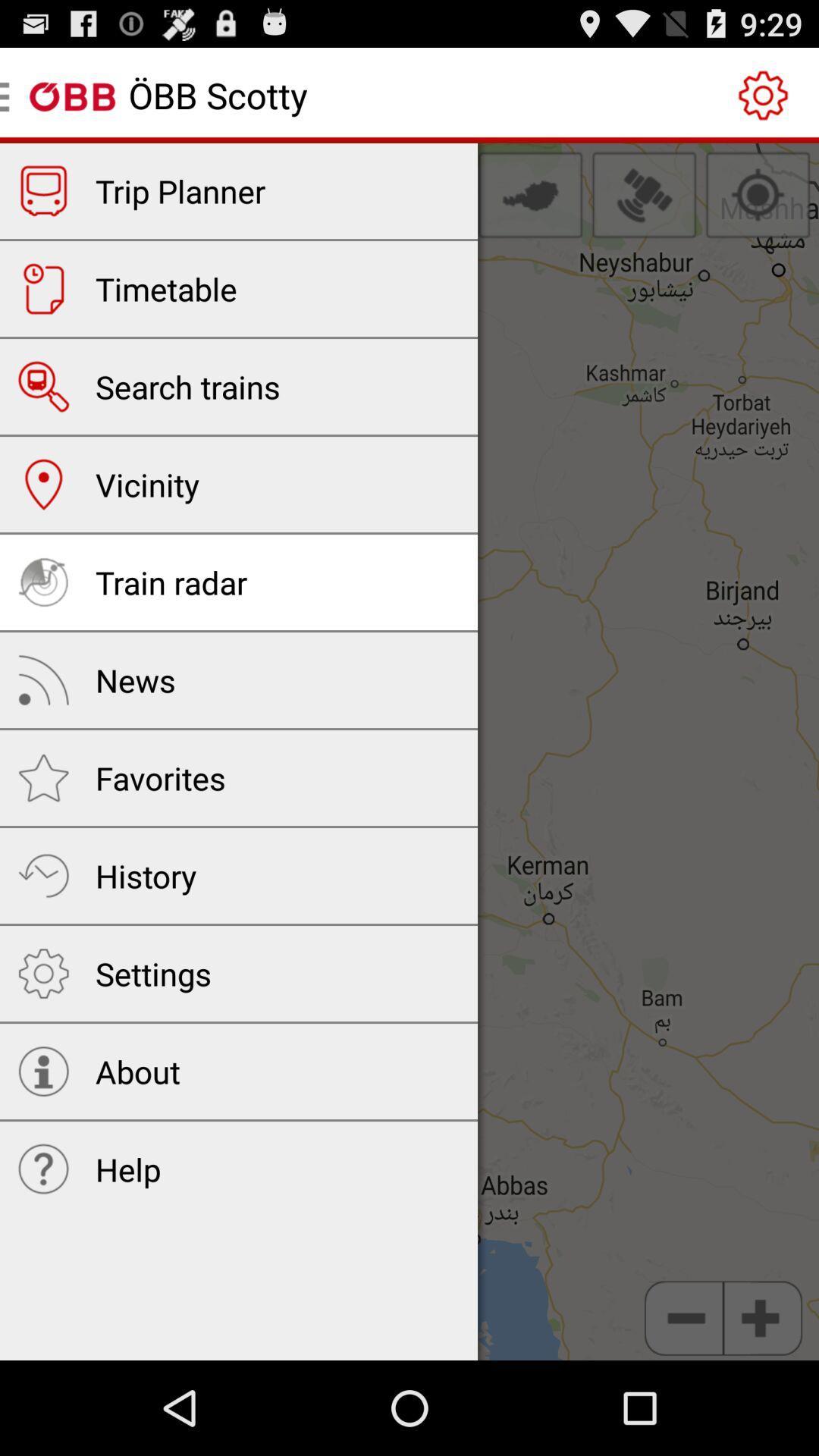  What do you see at coordinates (127, 1168) in the screenshot?
I see `the help` at bounding box center [127, 1168].